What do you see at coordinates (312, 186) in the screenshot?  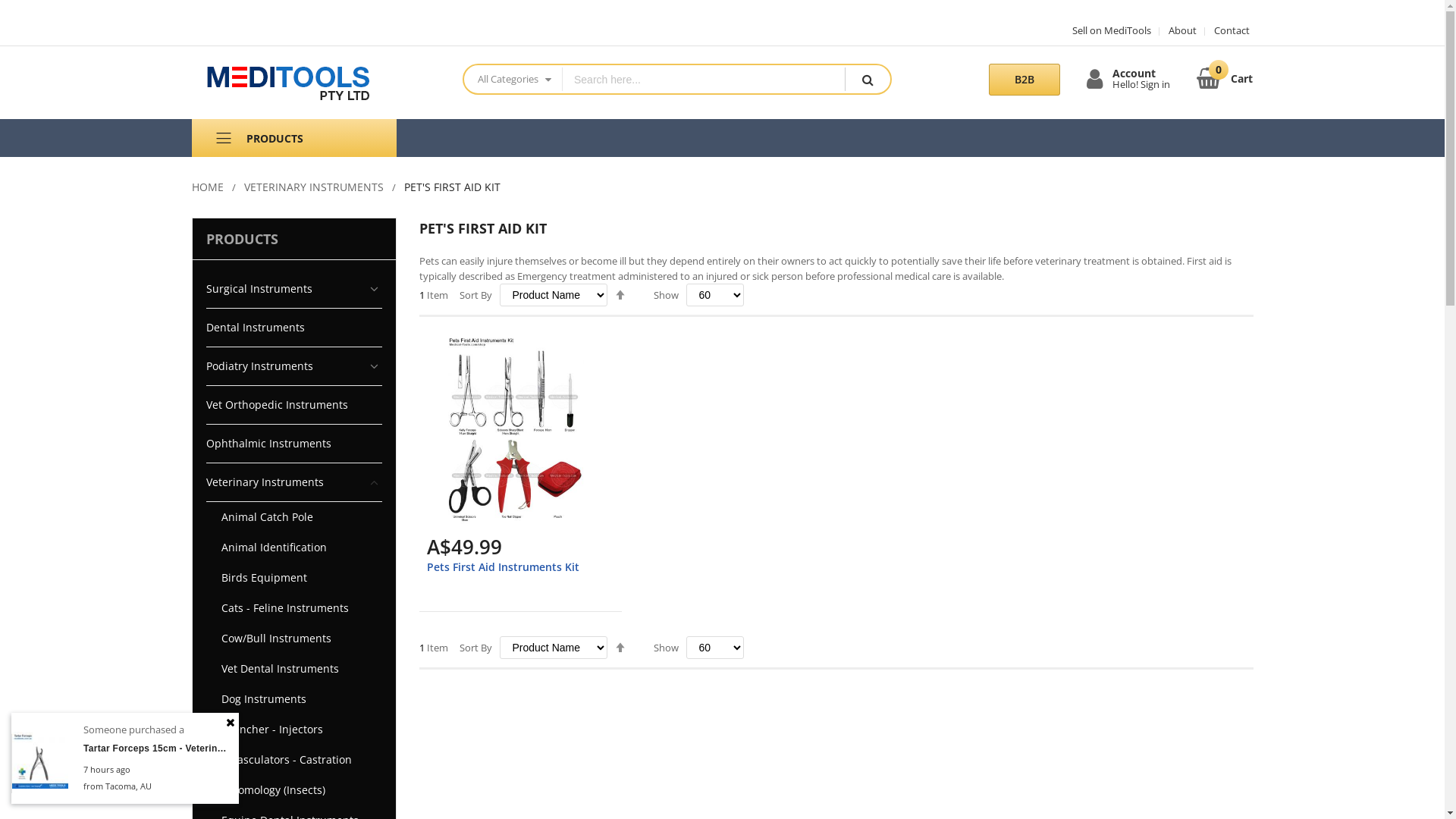 I see `'VETERINARY INSTRUMENTS'` at bounding box center [312, 186].